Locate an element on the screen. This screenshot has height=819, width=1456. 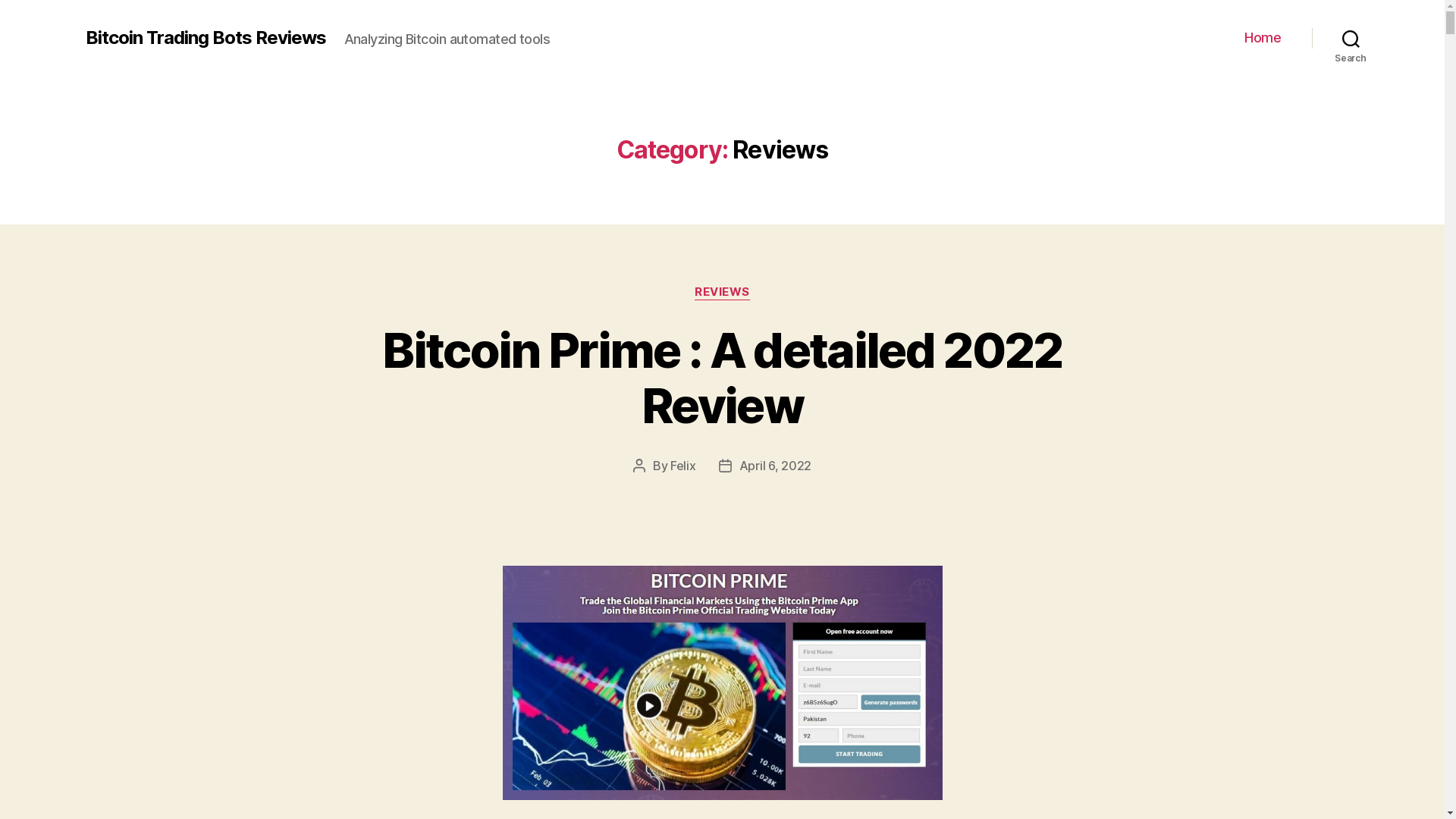
'Bitcoin Trading Bots Reviews' is located at coordinates (204, 37).